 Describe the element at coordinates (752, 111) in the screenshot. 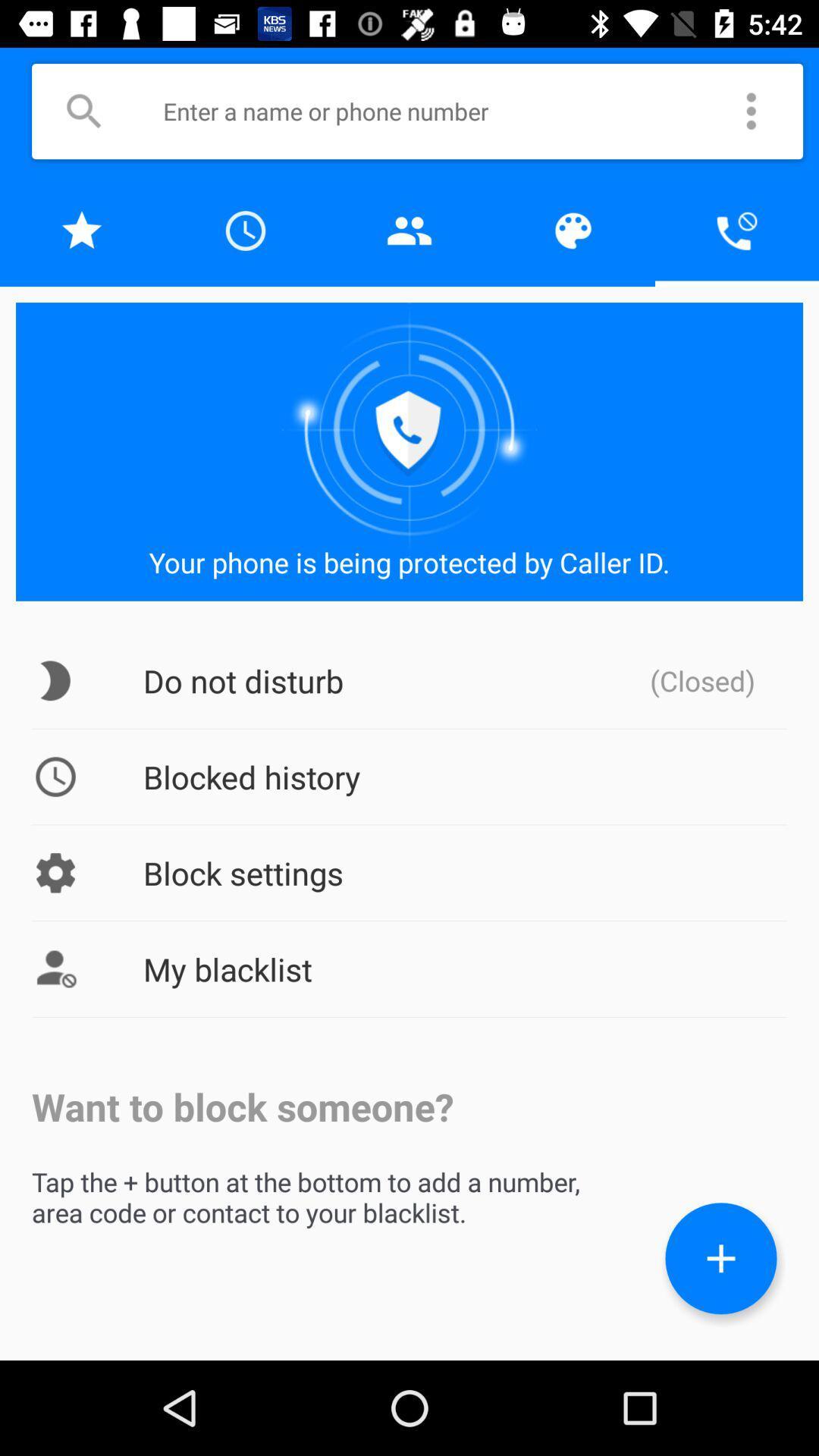

I see `menu button` at that location.